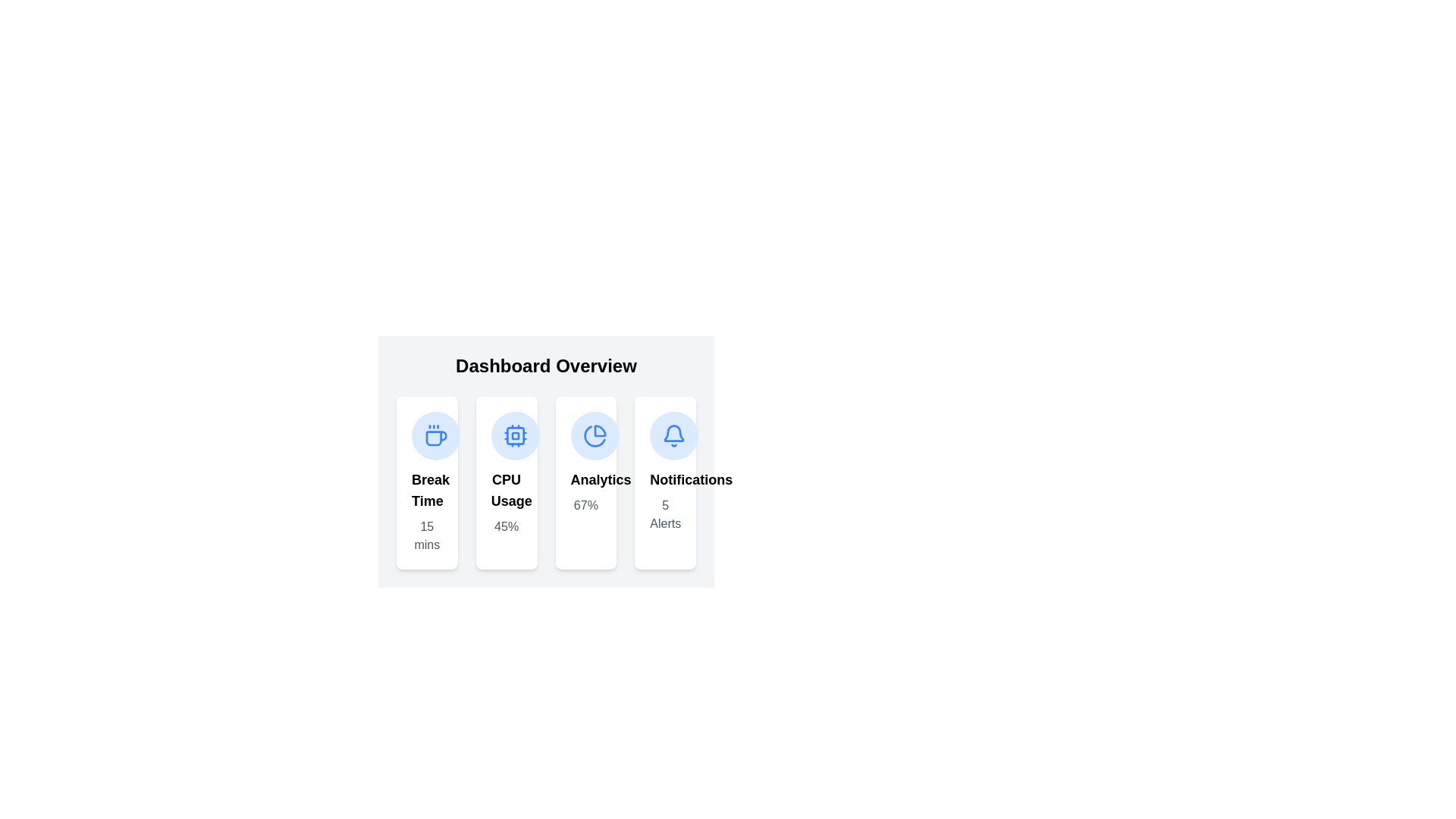 The width and height of the screenshot is (1456, 819). I want to click on the Text Label that displays the percentage value associated with the 'Analytics' card, located at the bottom of the card directly below the title 'Analytics', so click(585, 506).